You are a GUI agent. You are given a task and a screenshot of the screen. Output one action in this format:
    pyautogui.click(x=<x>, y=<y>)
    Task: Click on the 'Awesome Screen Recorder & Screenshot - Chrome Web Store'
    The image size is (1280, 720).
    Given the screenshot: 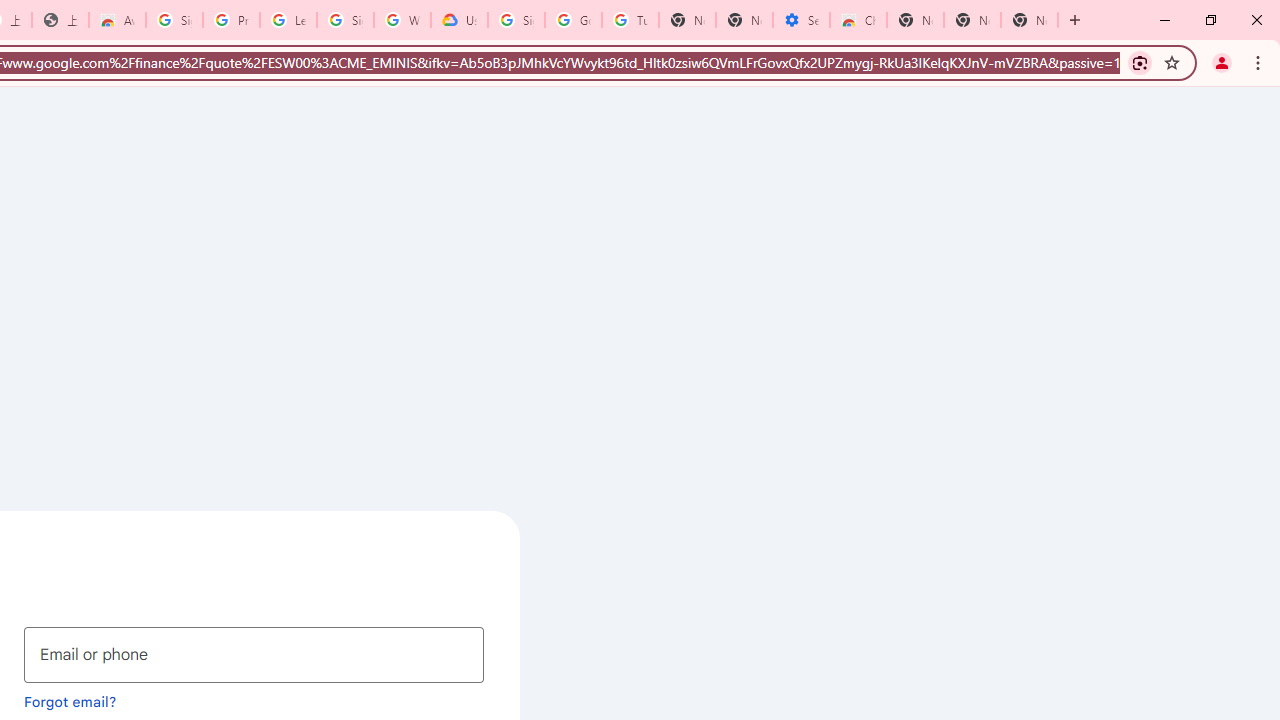 What is the action you would take?
    pyautogui.click(x=116, y=20)
    